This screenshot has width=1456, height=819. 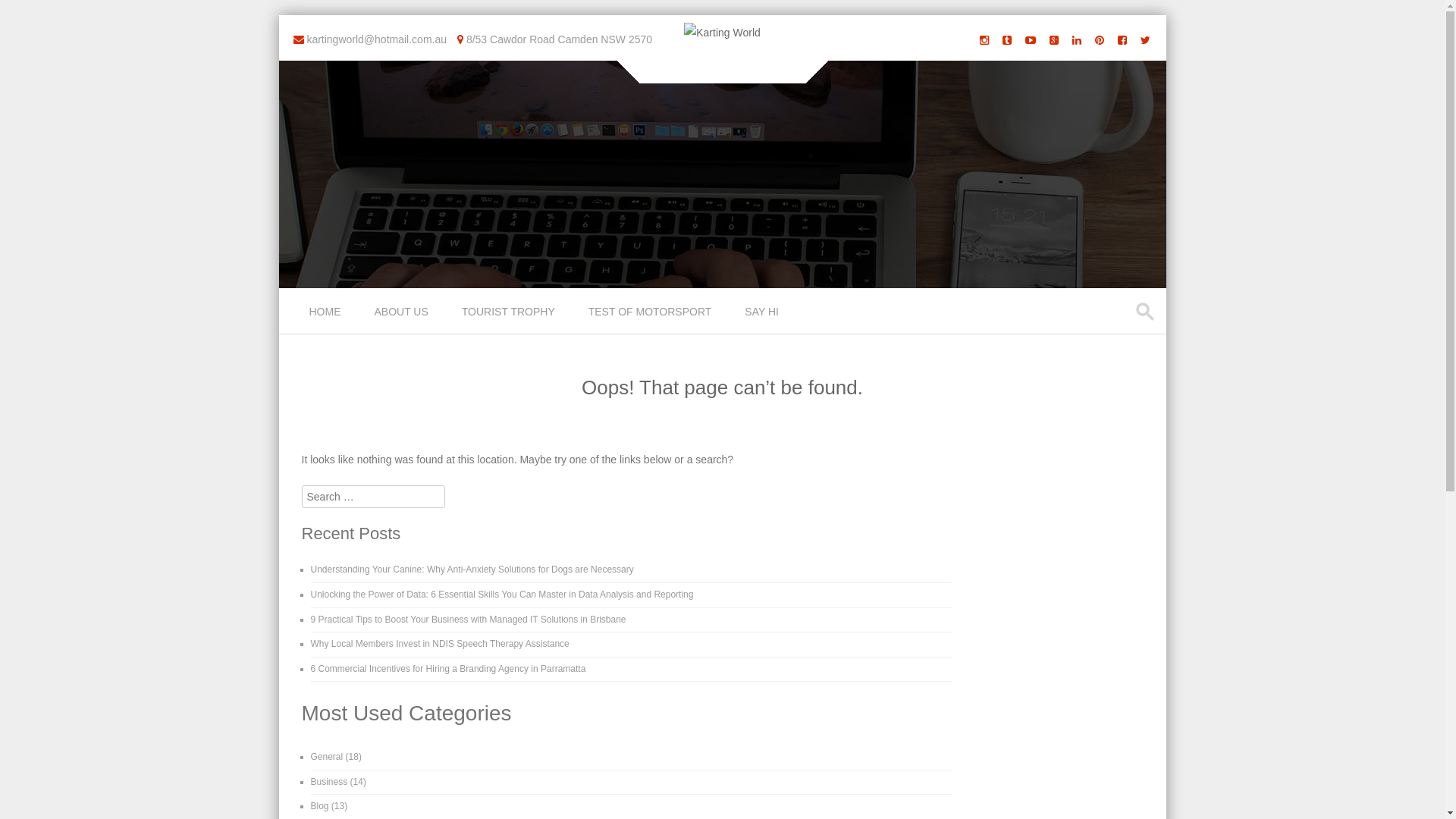 I want to click on 'TOURIST TROPHY', so click(x=510, y=309).